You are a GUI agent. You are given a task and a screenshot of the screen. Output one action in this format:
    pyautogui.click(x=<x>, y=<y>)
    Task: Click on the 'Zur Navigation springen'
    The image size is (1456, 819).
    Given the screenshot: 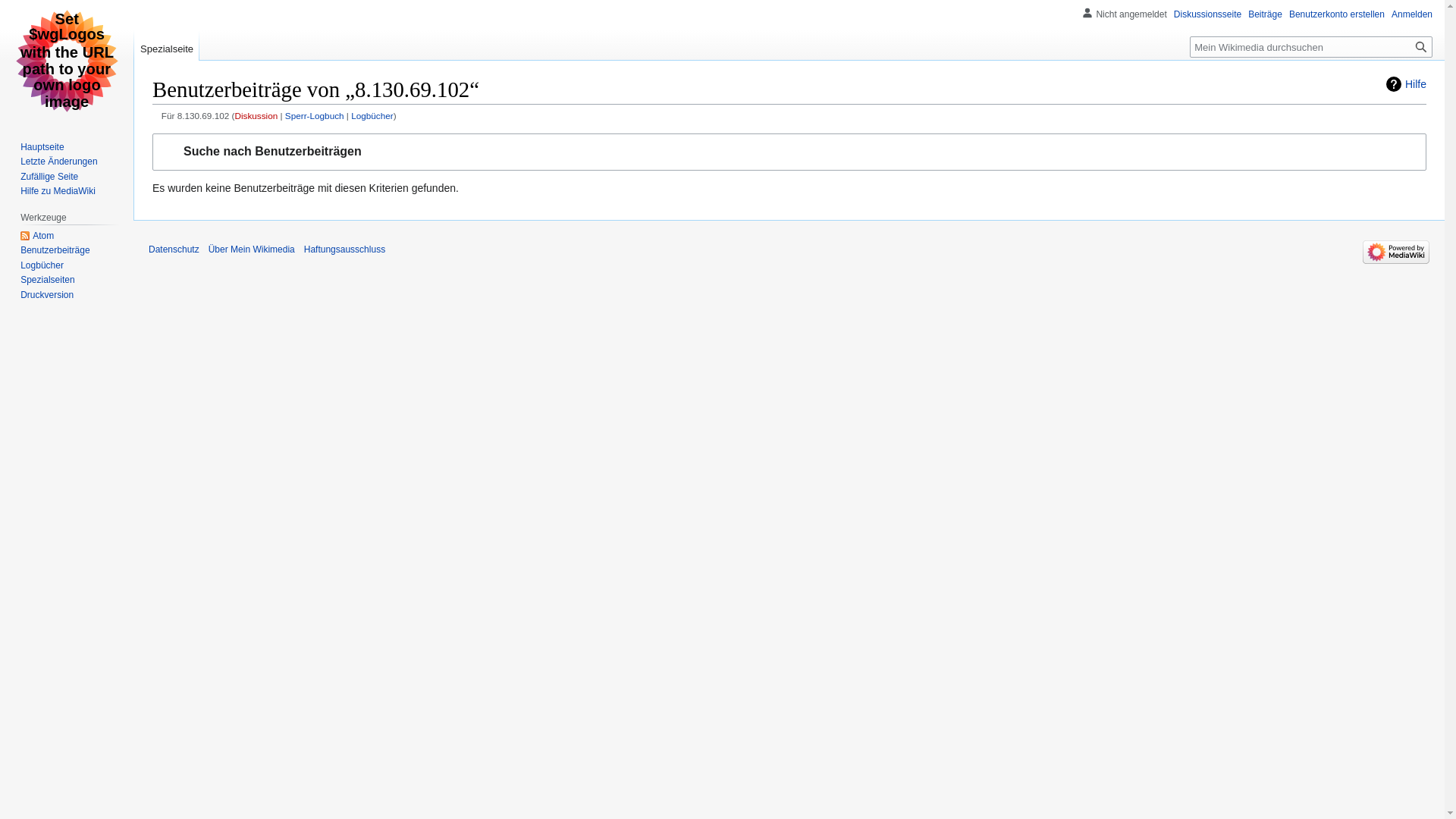 What is the action you would take?
    pyautogui.click(x=152, y=132)
    